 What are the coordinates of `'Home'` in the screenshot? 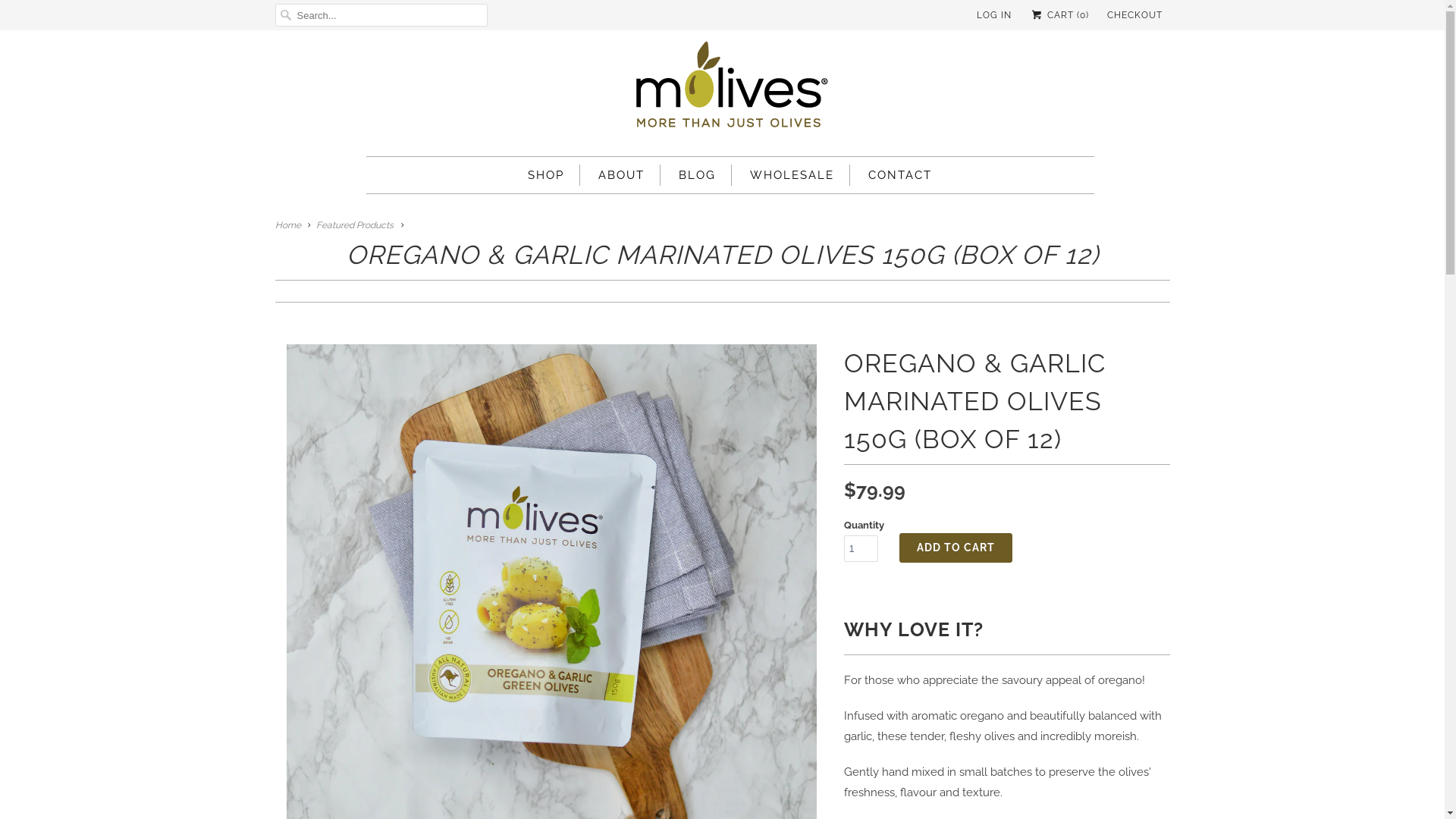 It's located at (287, 225).